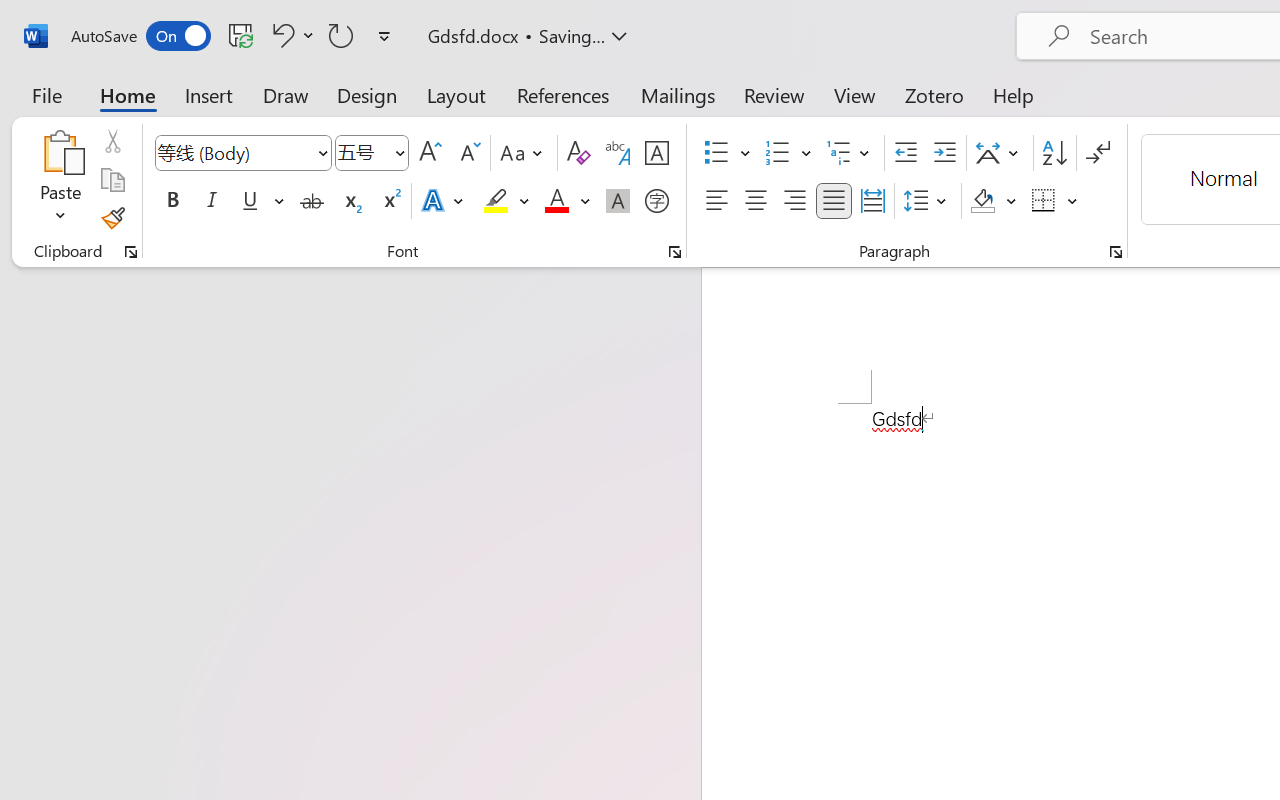 The image size is (1280, 800). Describe the element at coordinates (111, 179) in the screenshot. I see `'Copy'` at that location.